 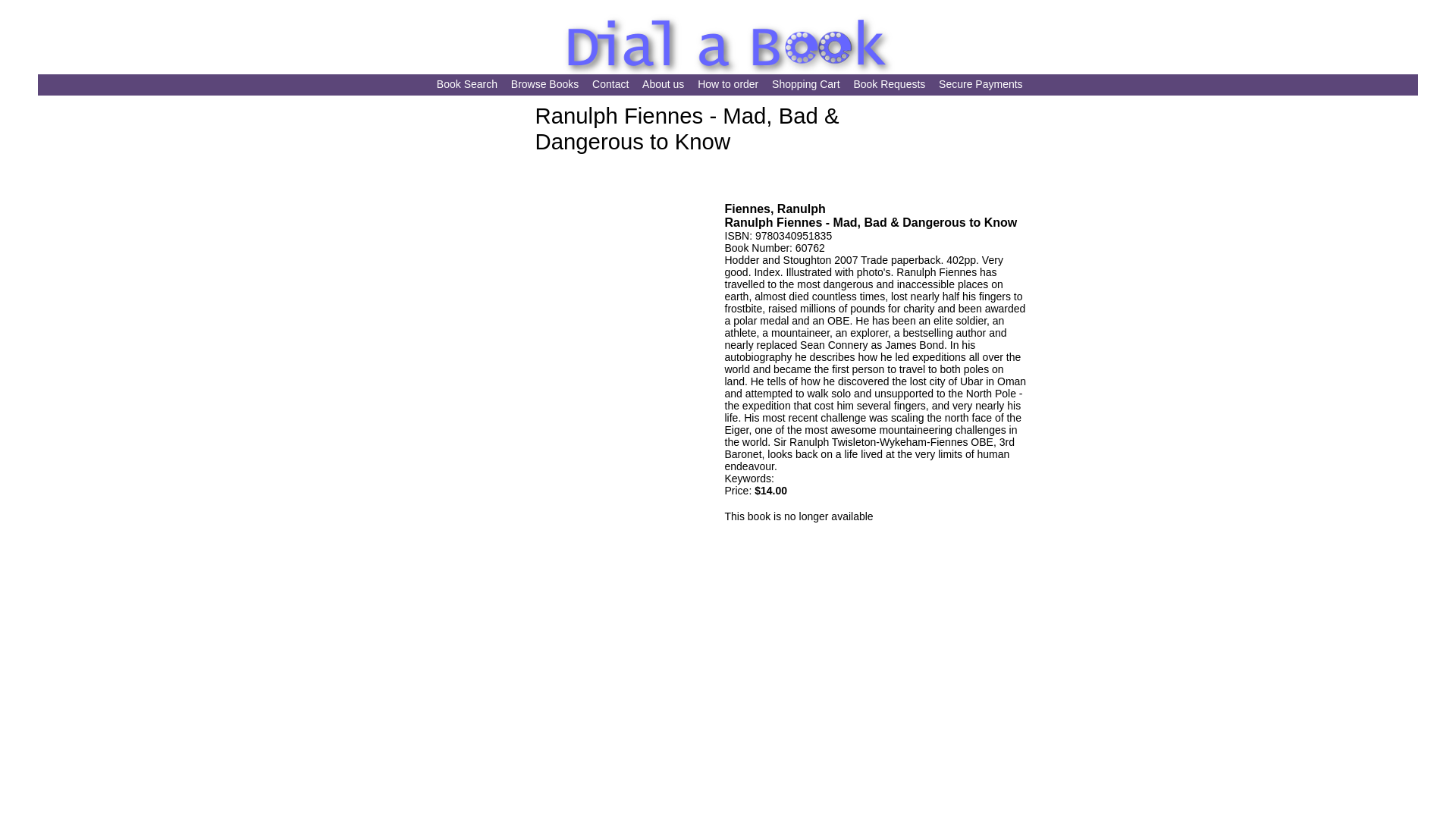 What do you see at coordinates (663, 84) in the screenshot?
I see `'About us'` at bounding box center [663, 84].